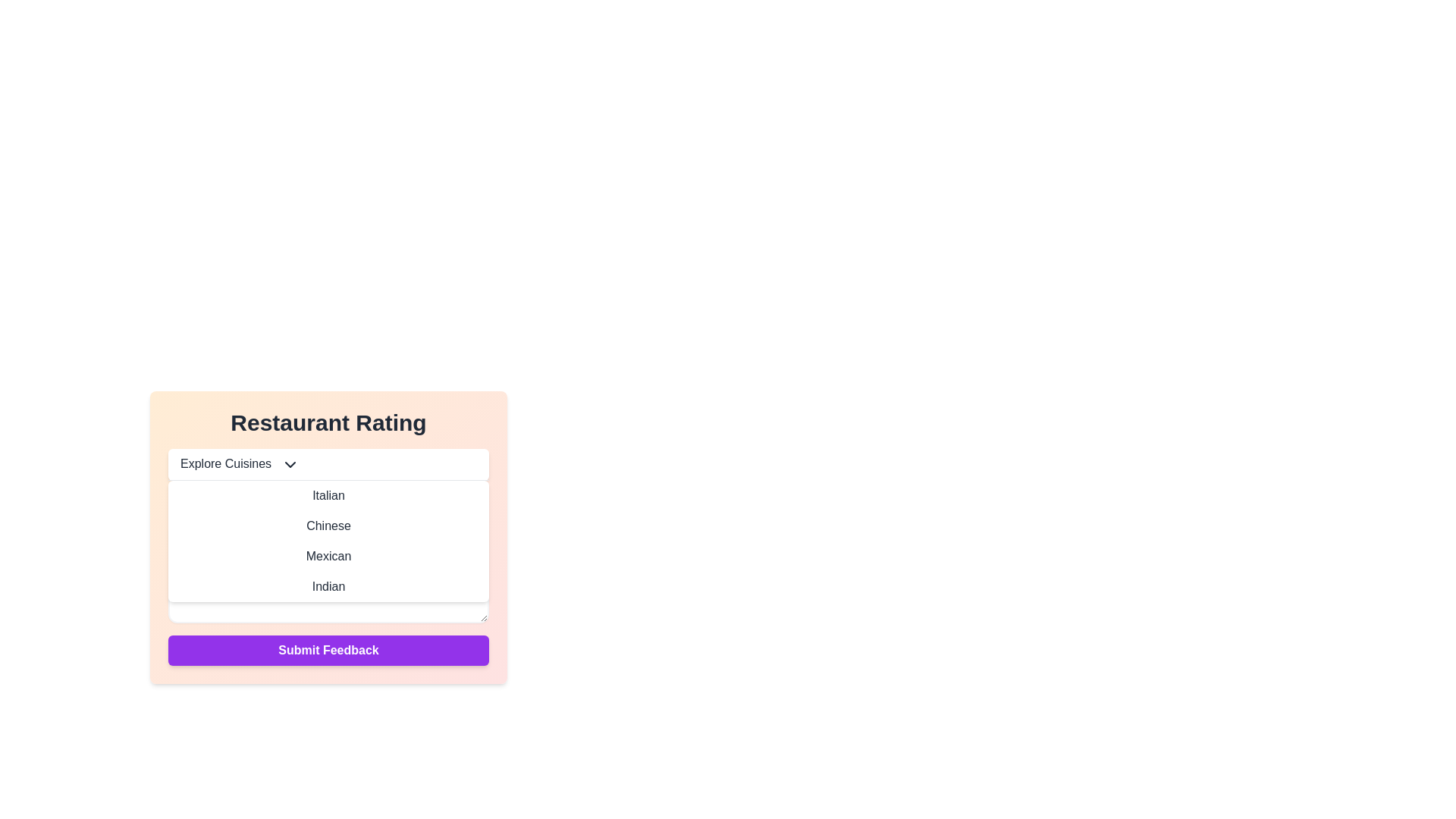  I want to click on the third option in the dropdown menu that represents a cuisine type, located between 'Chinese' and 'Indian', so click(328, 556).